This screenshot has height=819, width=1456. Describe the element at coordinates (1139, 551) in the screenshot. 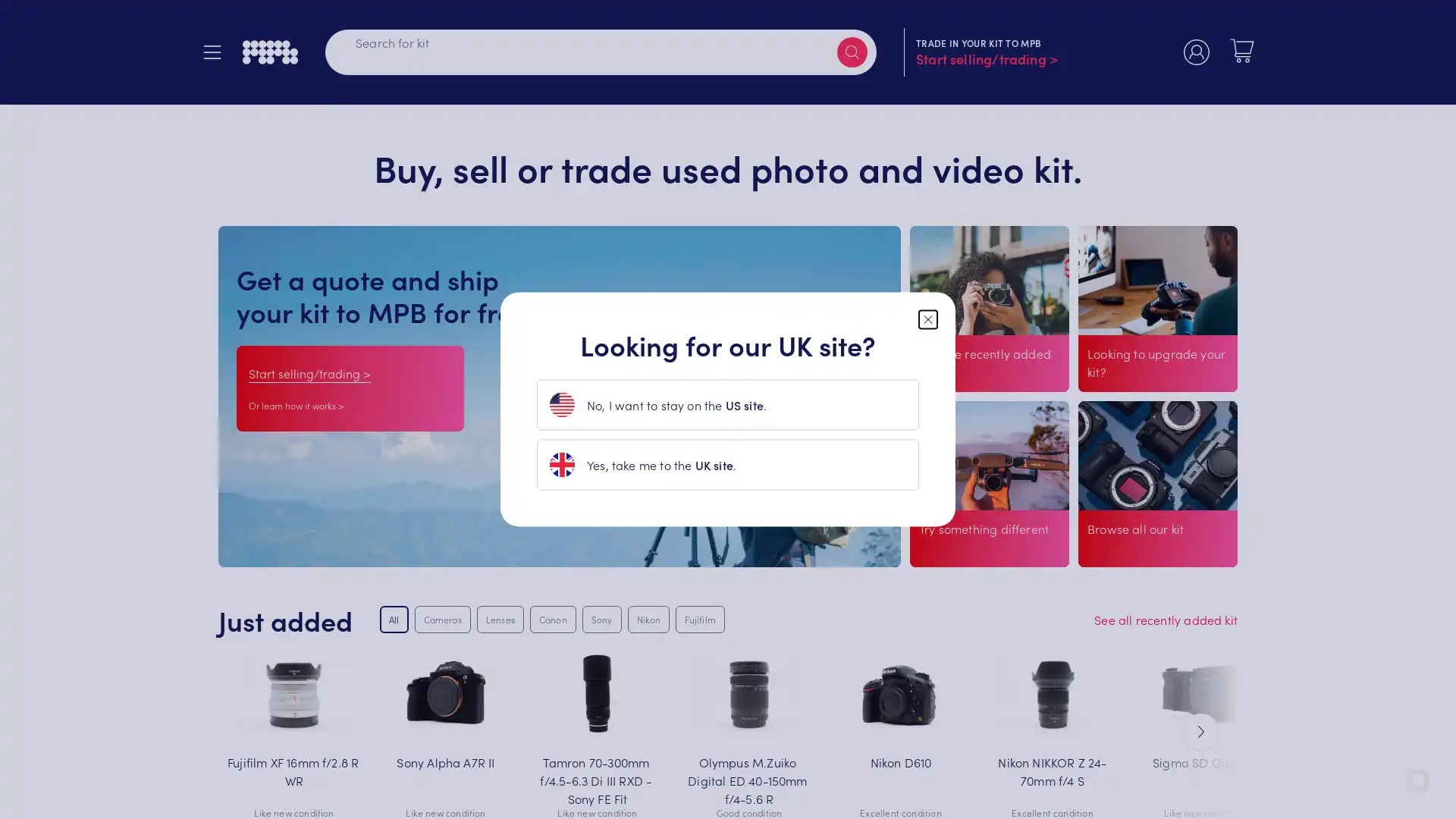

I see `Browse everything` at that location.